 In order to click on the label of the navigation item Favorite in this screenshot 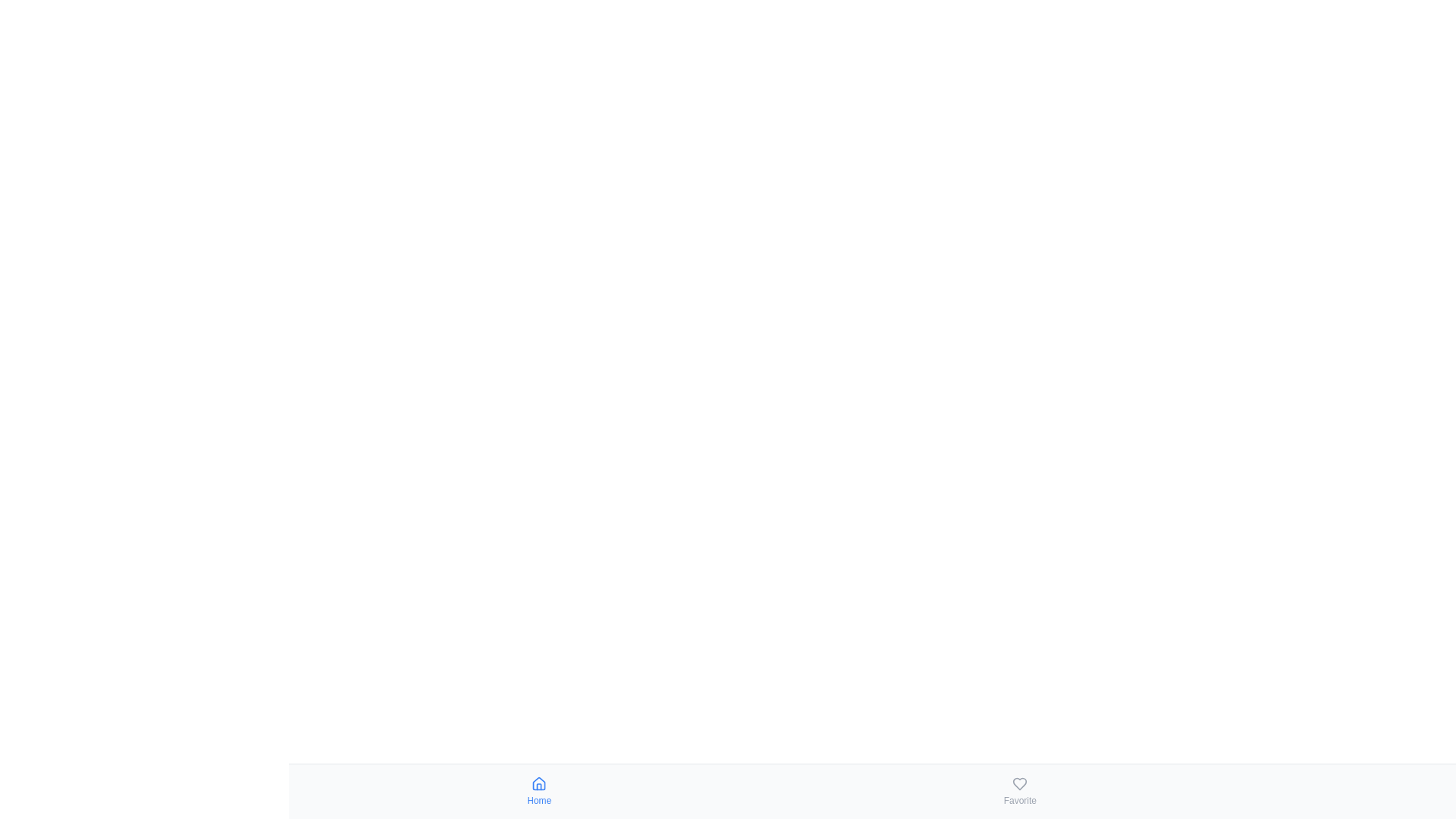, I will do `click(1020, 800)`.